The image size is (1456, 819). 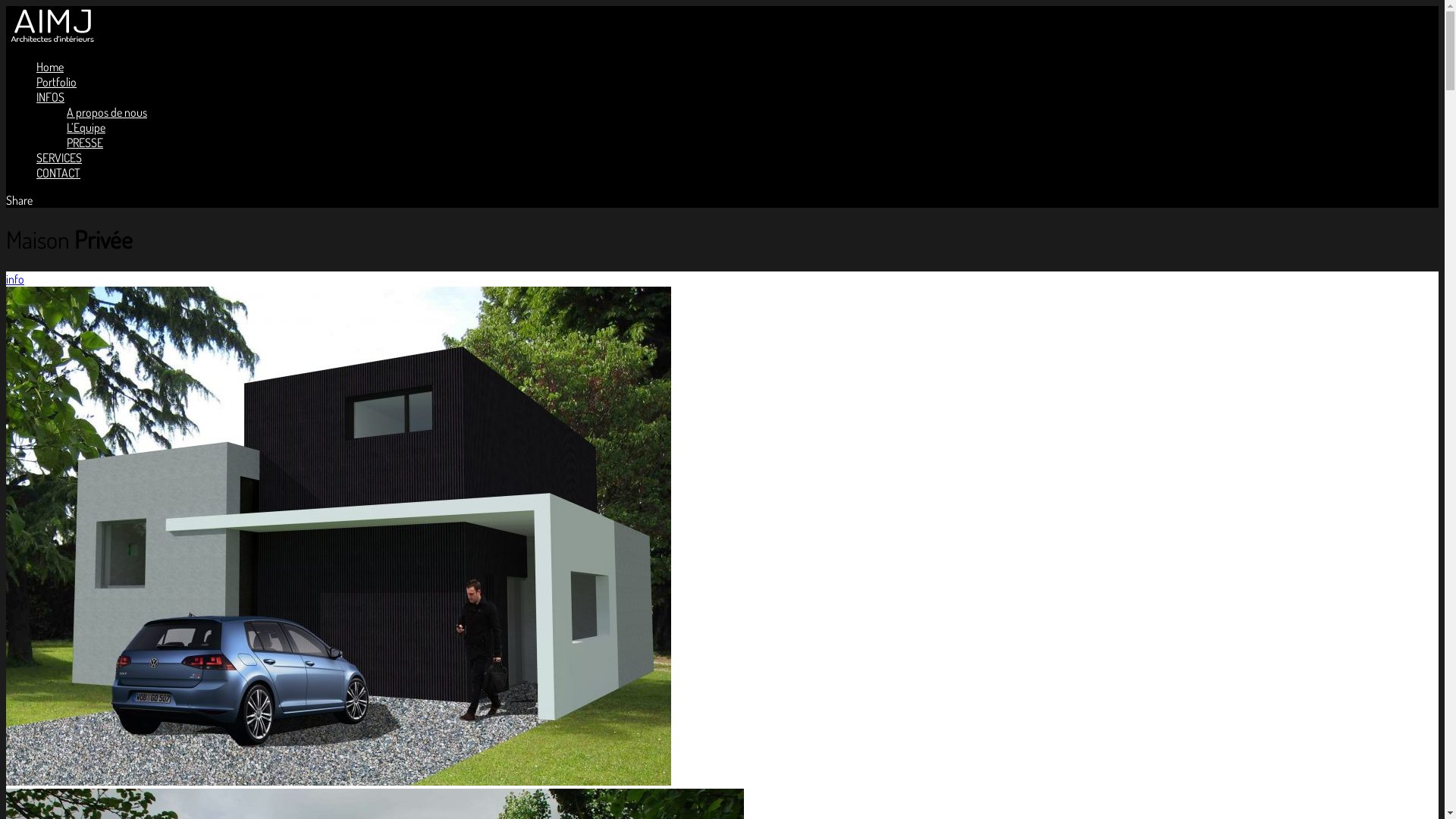 I want to click on 'PRESSE', so click(x=83, y=143).